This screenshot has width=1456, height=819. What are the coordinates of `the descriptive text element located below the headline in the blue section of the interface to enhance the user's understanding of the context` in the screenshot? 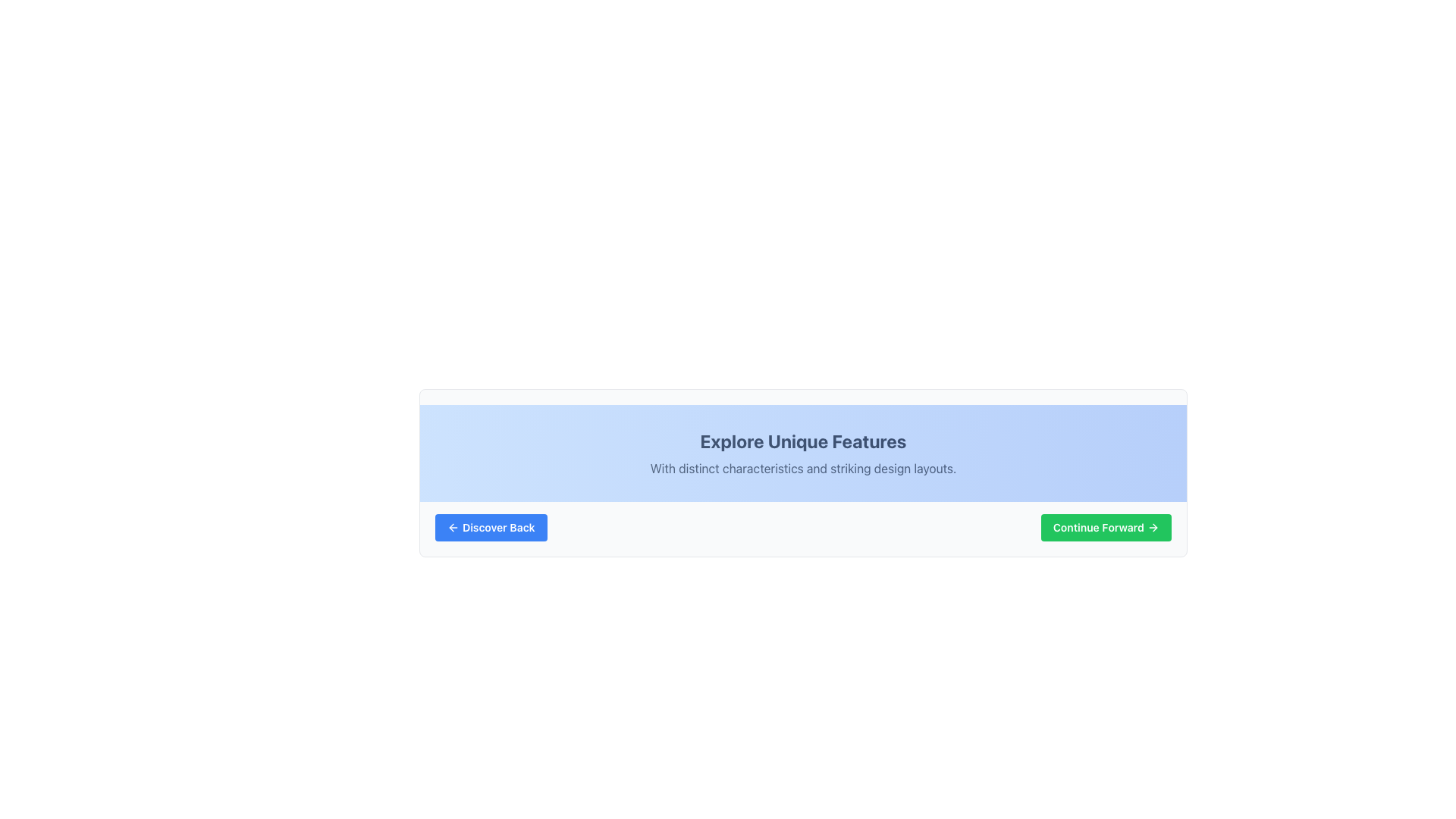 It's located at (802, 467).